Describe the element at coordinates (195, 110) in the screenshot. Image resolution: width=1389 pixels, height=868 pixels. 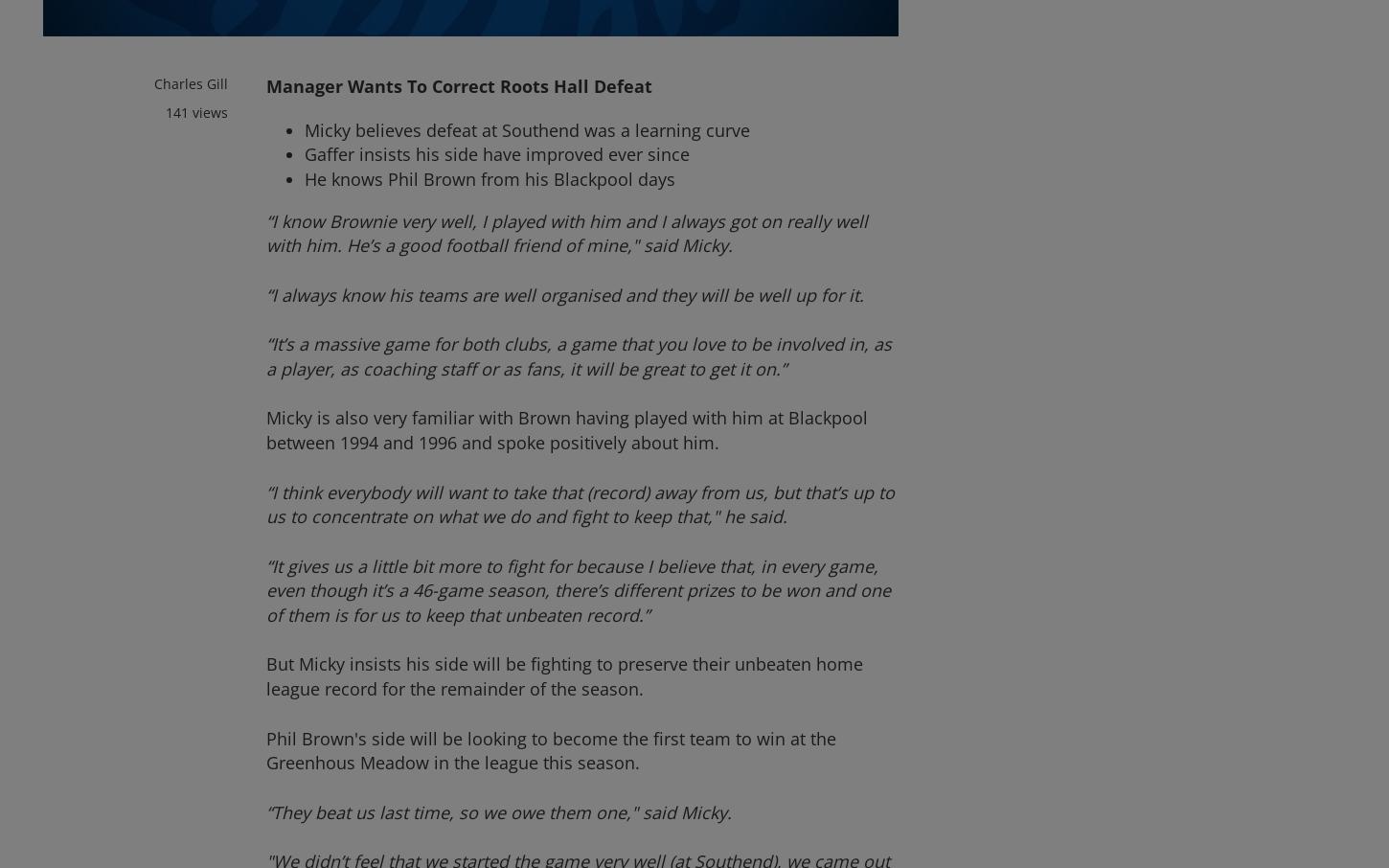
I see `'141 views'` at that location.